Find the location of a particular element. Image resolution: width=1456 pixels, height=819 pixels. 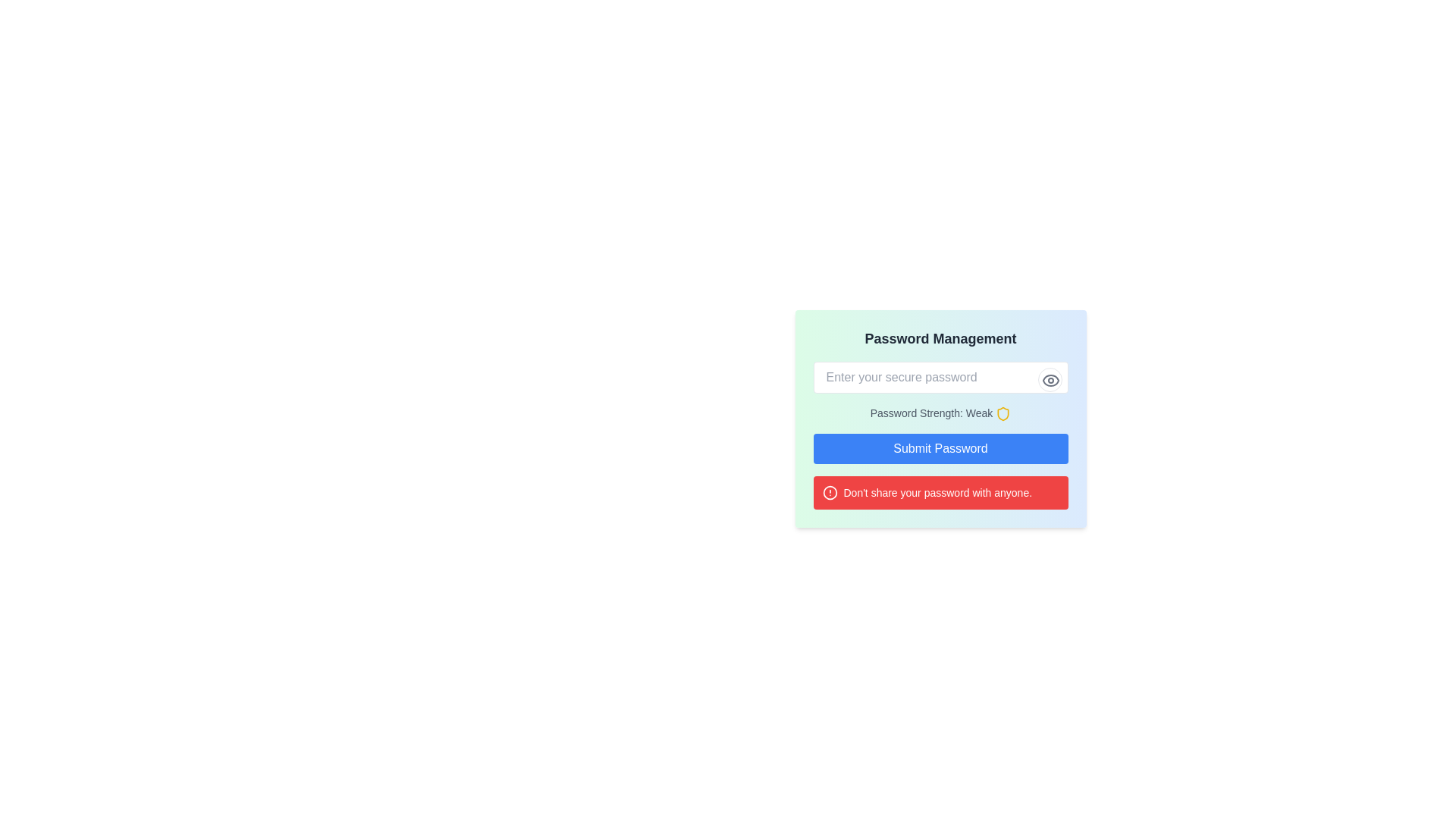

the eye icon located in the top-right corner of the password input field is located at coordinates (1050, 379).